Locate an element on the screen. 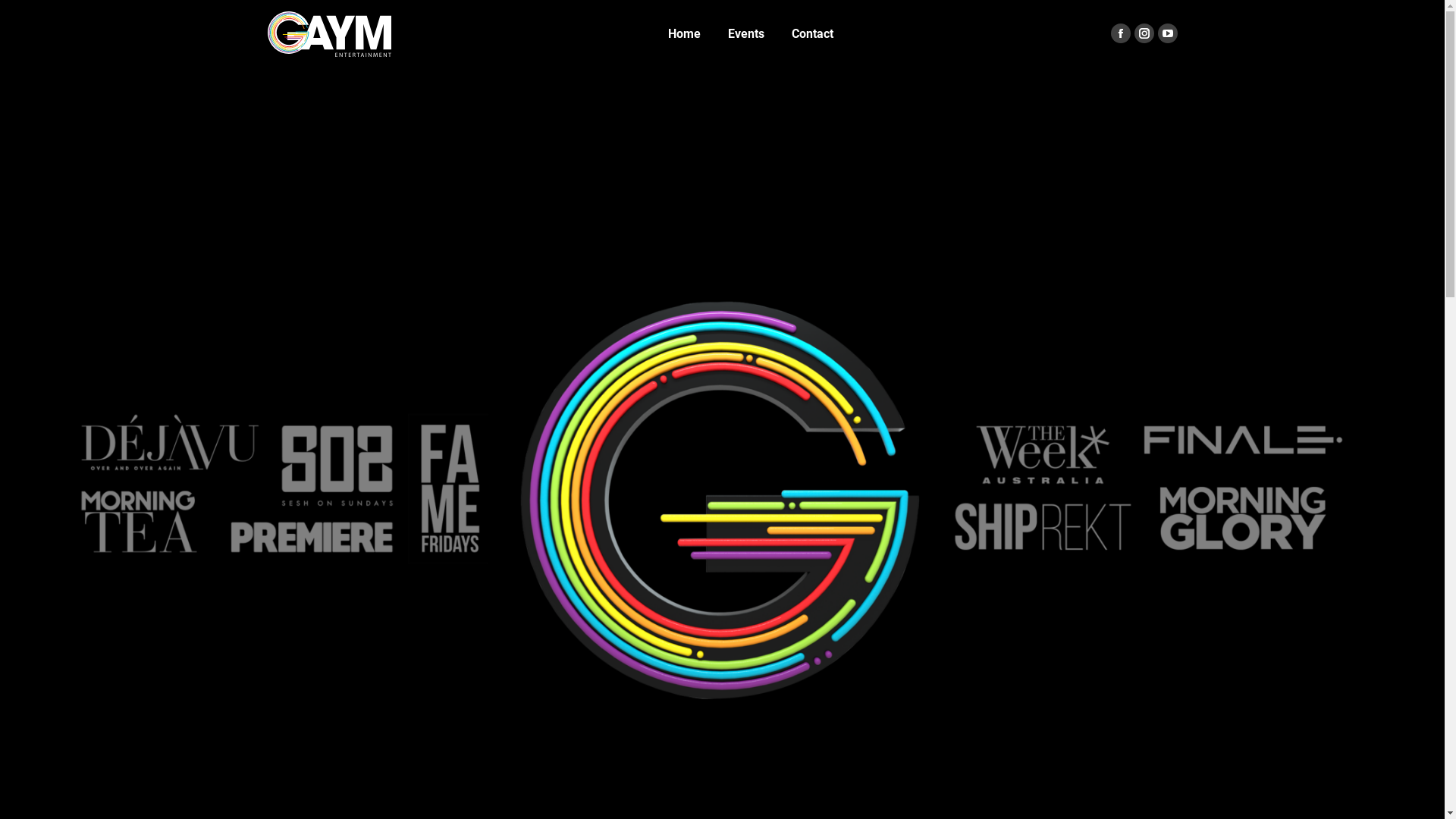  'Contact' is located at coordinates (811, 34).